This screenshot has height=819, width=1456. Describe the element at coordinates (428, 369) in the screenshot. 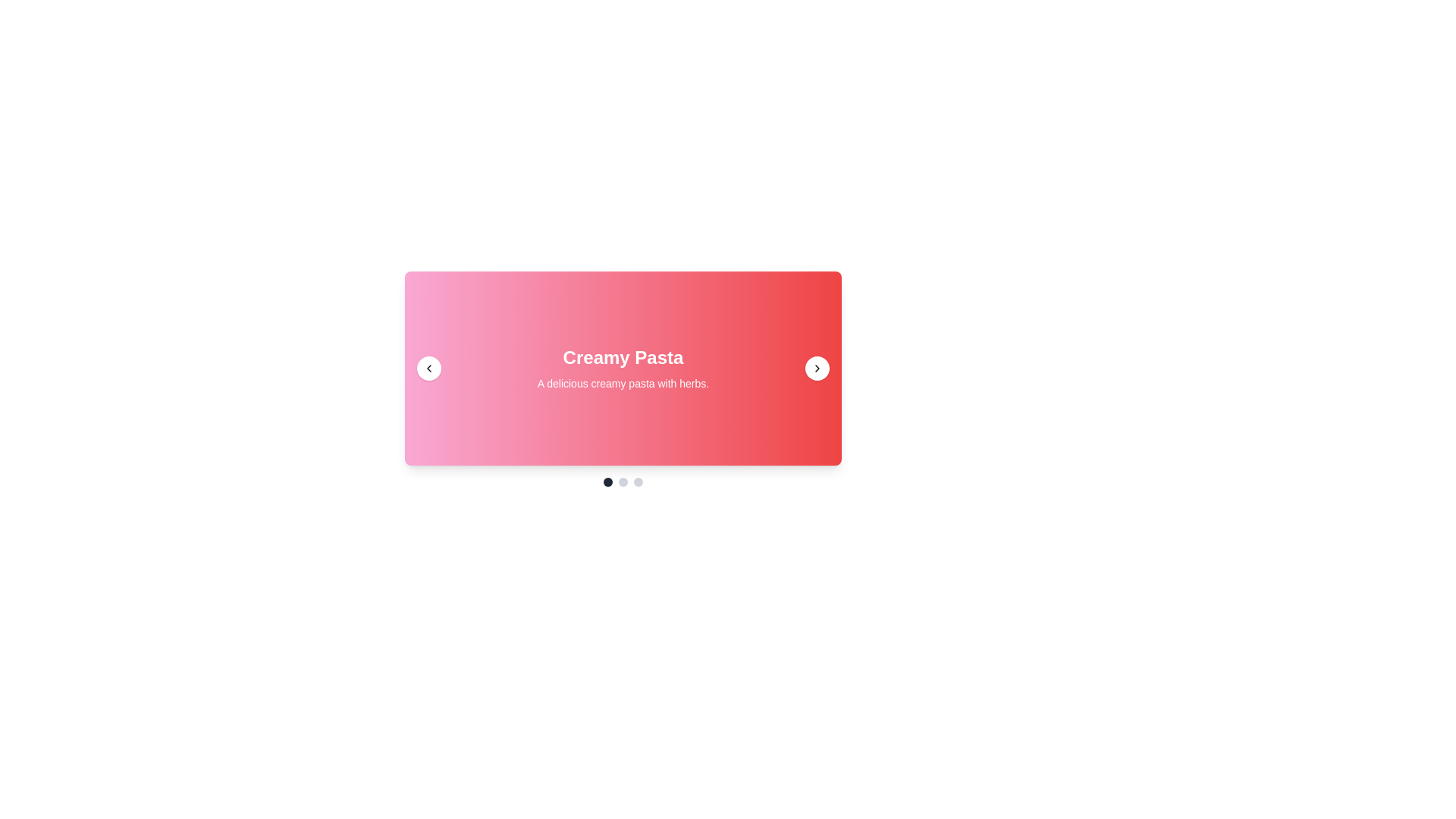

I see `the left-pointing chevron icon embedded within a circular button, located on the left edge of the rectangular card containing the text 'Creamy Pasta'` at that location.